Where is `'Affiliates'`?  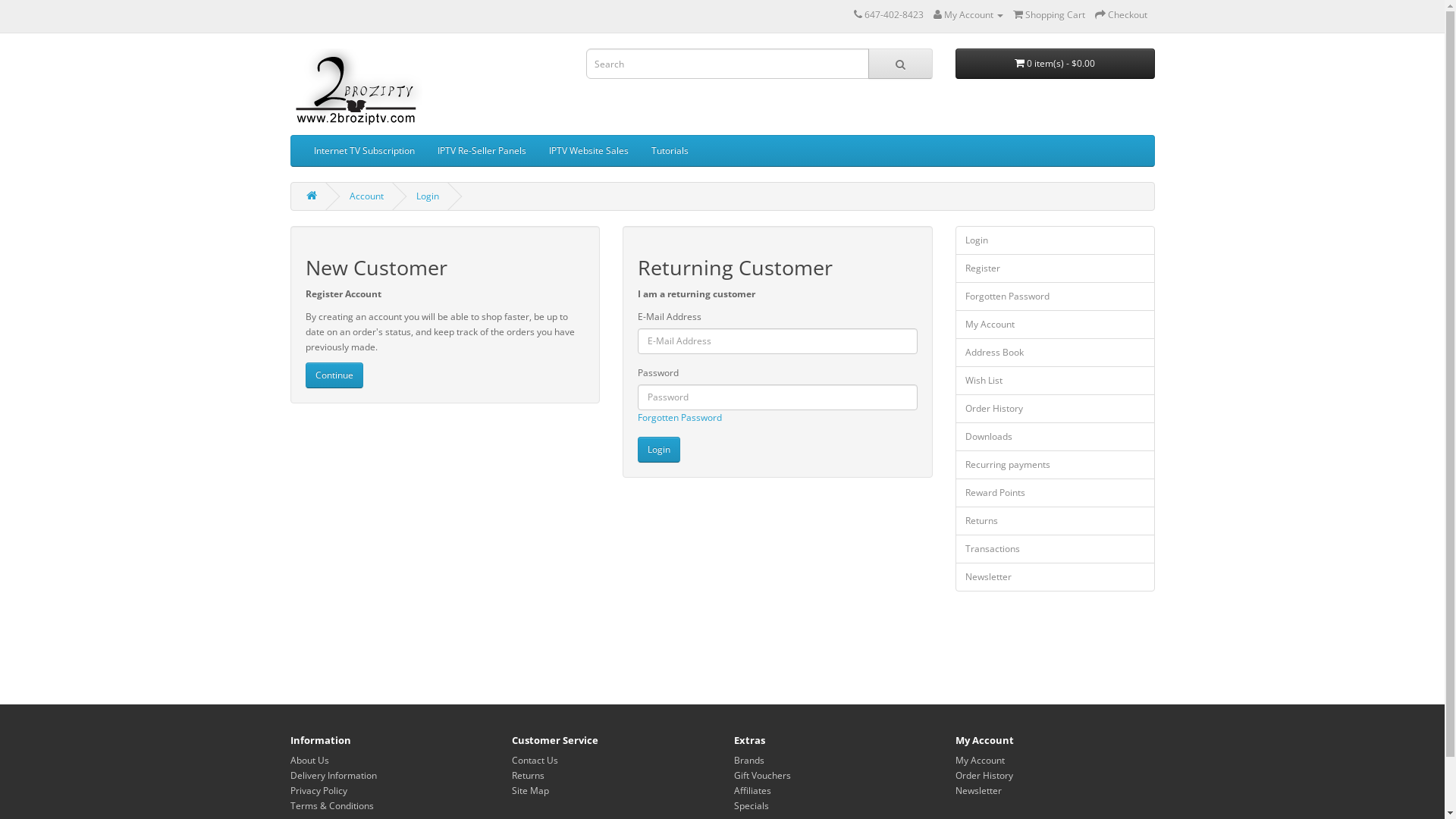
'Affiliates' is located at coordinates (734, 789).